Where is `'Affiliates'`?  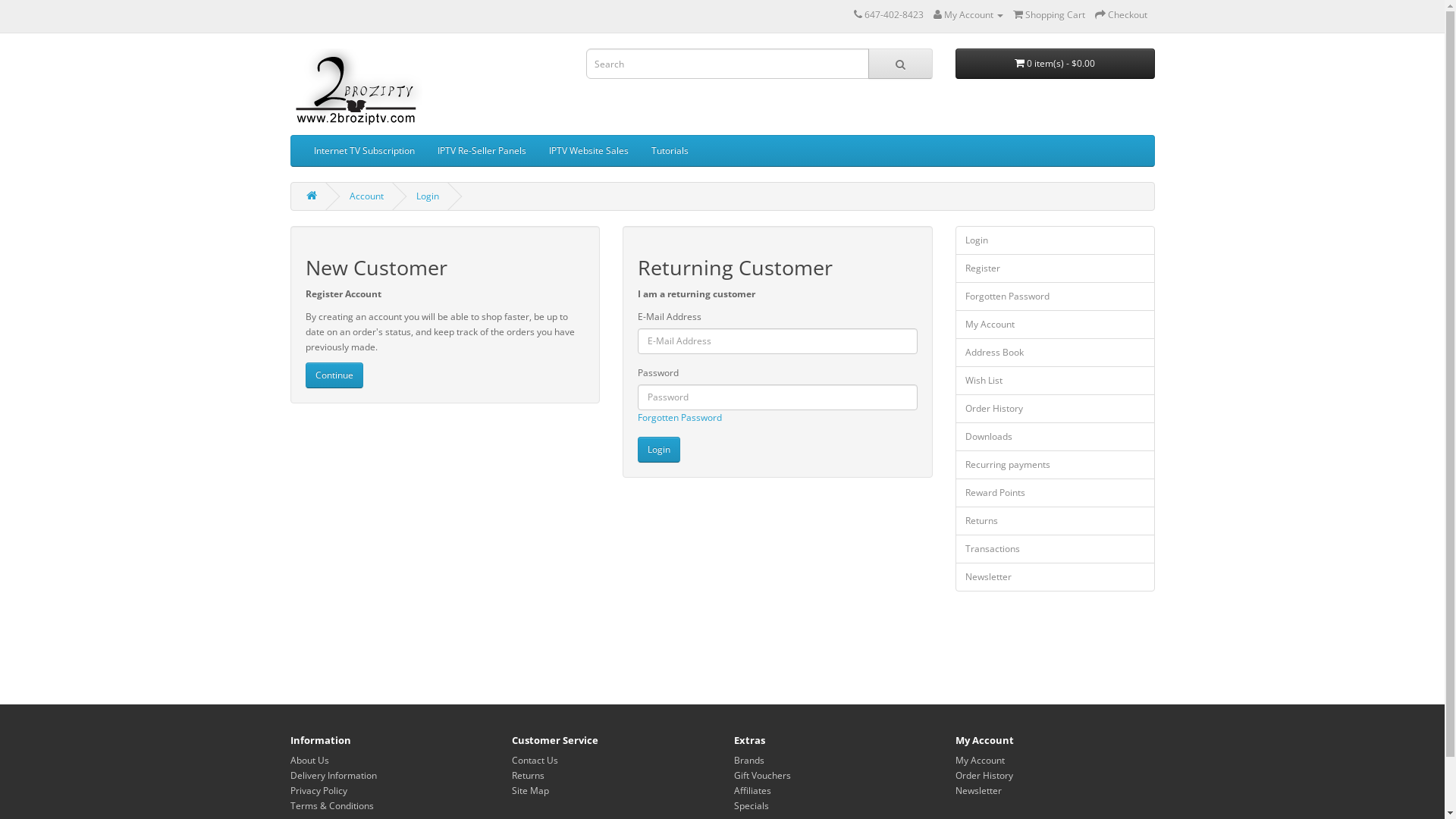
'Affiliates' is located at coordinates (734, 789).